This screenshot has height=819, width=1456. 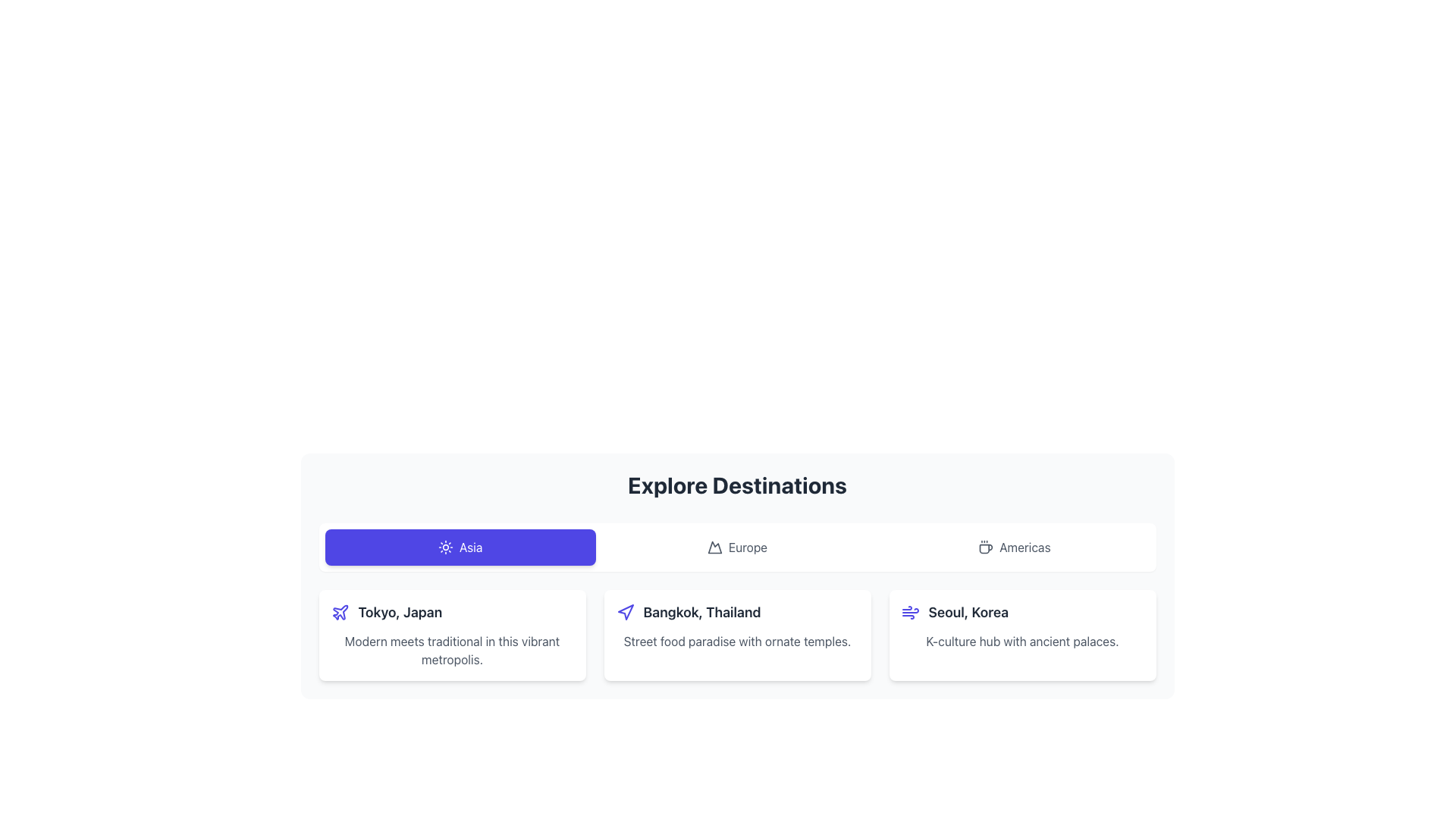 What do you see at coordinates (714, 547) in the screenshot?
I see `the mountain icon located in the 'Europe' section of the UI` at bounding box center [714, 547].